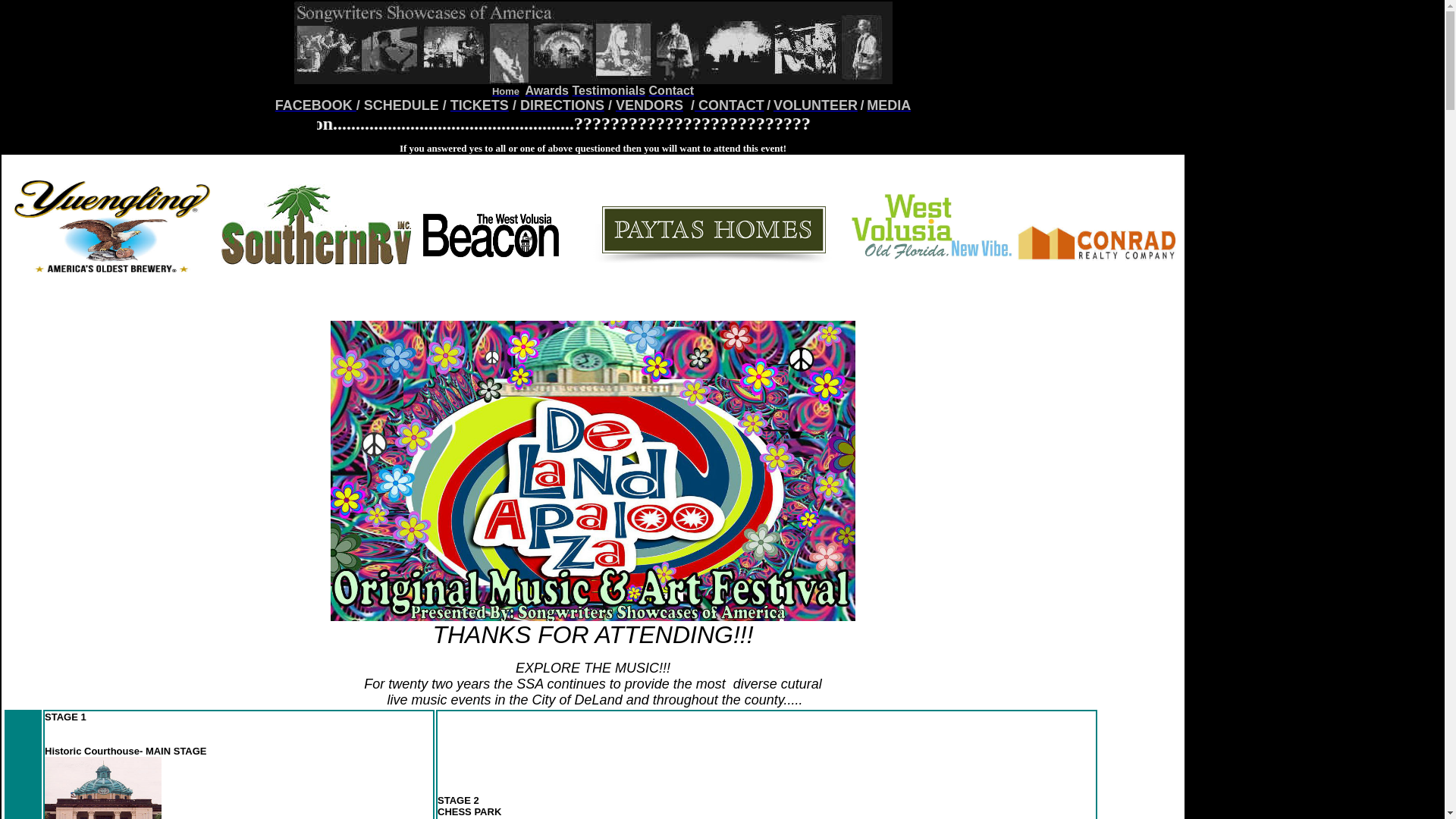 The image size is (1456, 819). What do you see at coordinates (546, 90) in the screenshot?
I see `'Awards'` at bounding box center [546, 90].